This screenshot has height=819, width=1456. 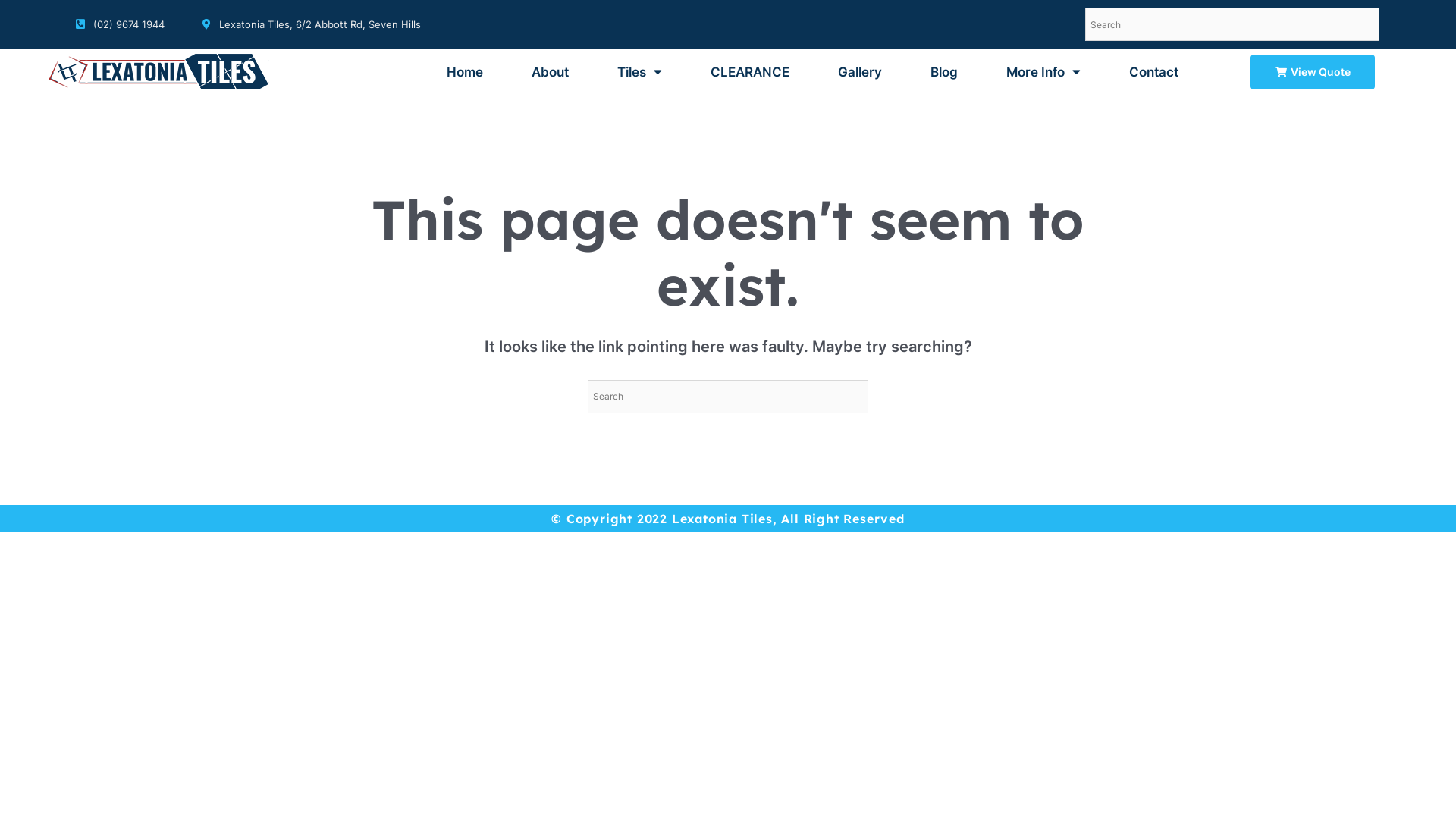 I want to click on '(02) 9674 1944', so click(x=119, y=24).